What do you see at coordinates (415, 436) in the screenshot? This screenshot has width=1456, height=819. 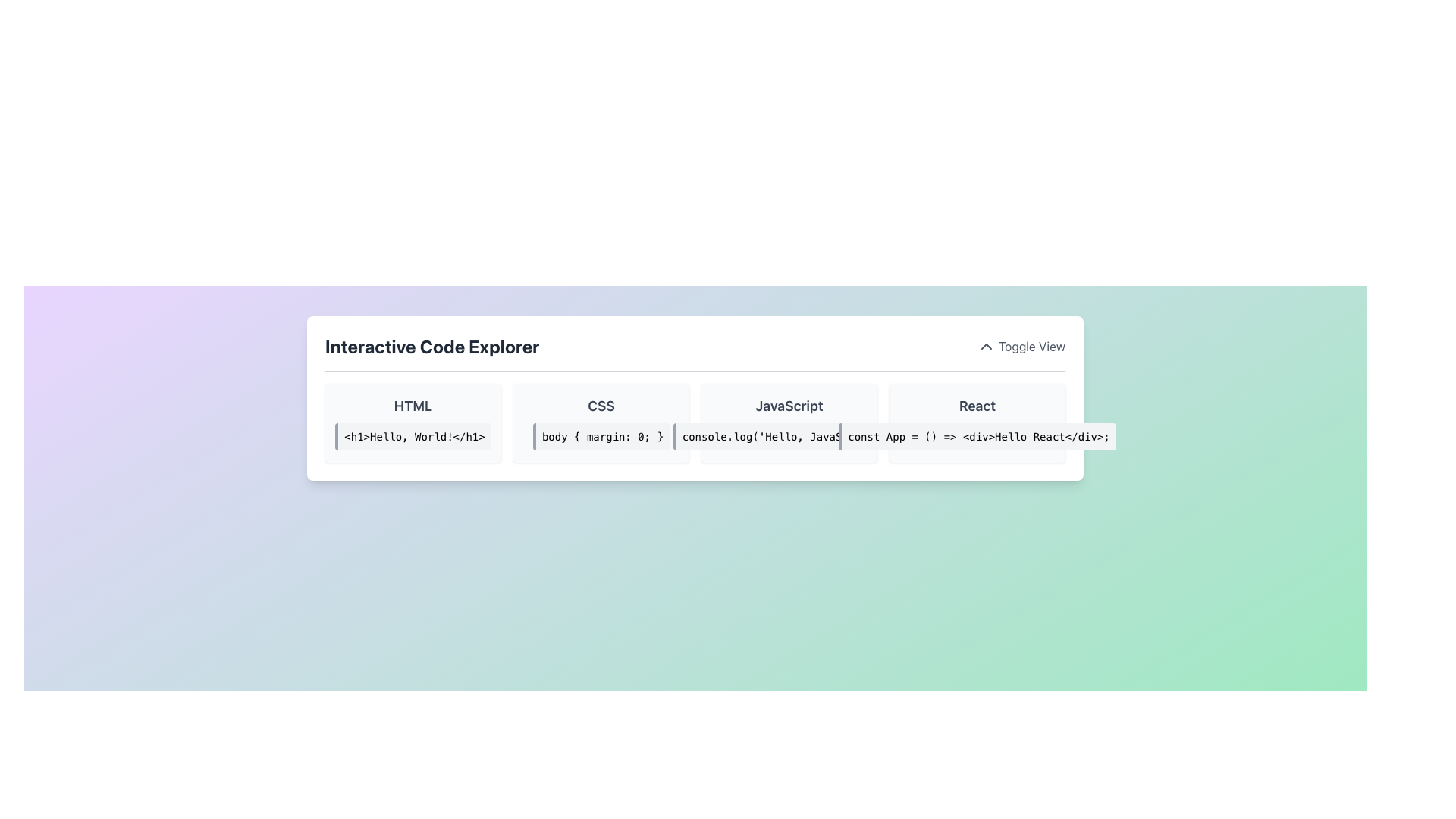 I see `the HTML header element that serves as a prominent greeting message or tagline, located within a specific column of an arranged layout` at bounding box center [415, 436].